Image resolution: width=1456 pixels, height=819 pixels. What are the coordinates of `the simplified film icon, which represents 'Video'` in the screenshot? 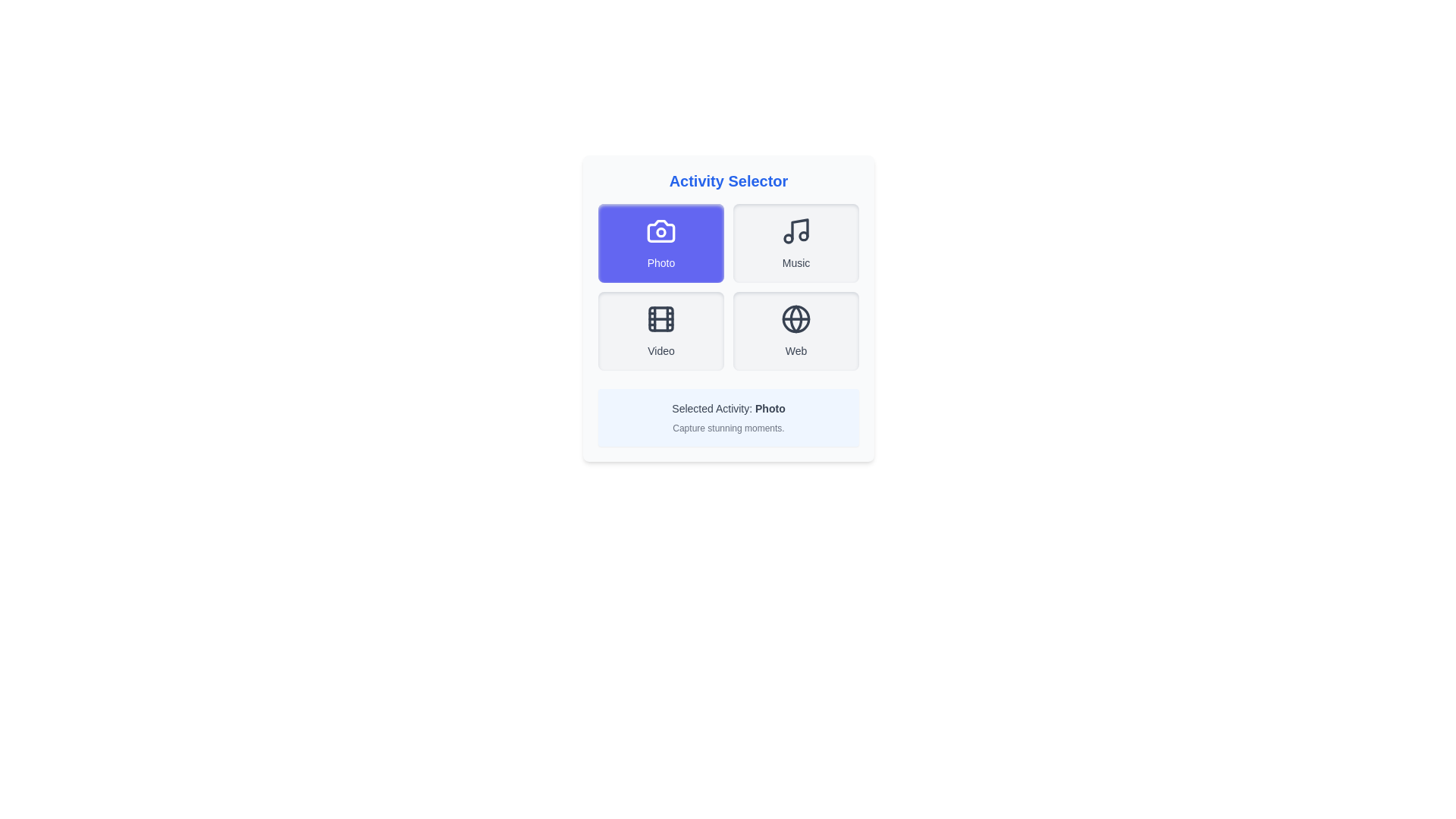 It's located at (661, 318).